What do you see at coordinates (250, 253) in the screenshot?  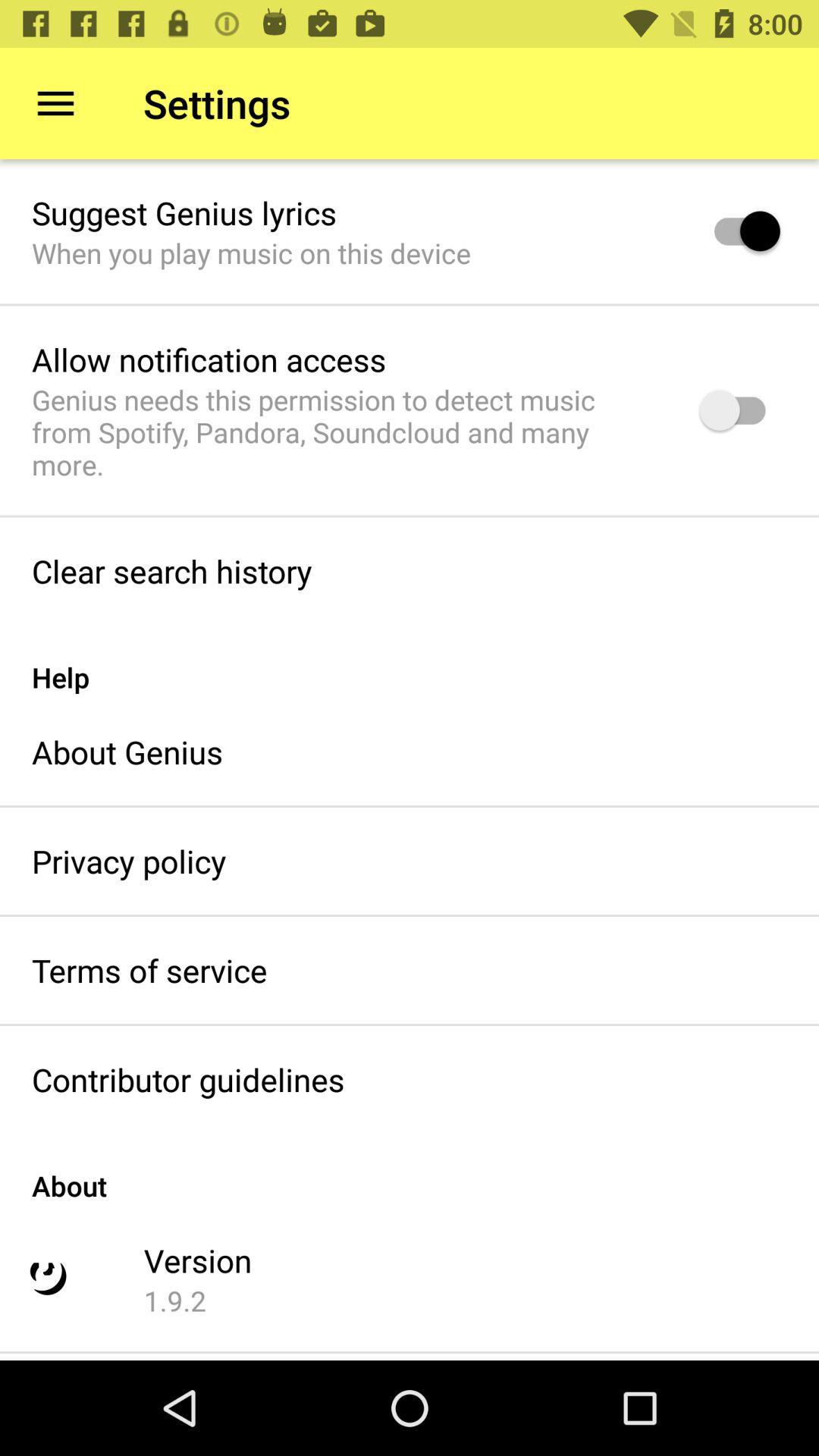 I see `the icon above allow notification access` at bounding box center [250, 253].